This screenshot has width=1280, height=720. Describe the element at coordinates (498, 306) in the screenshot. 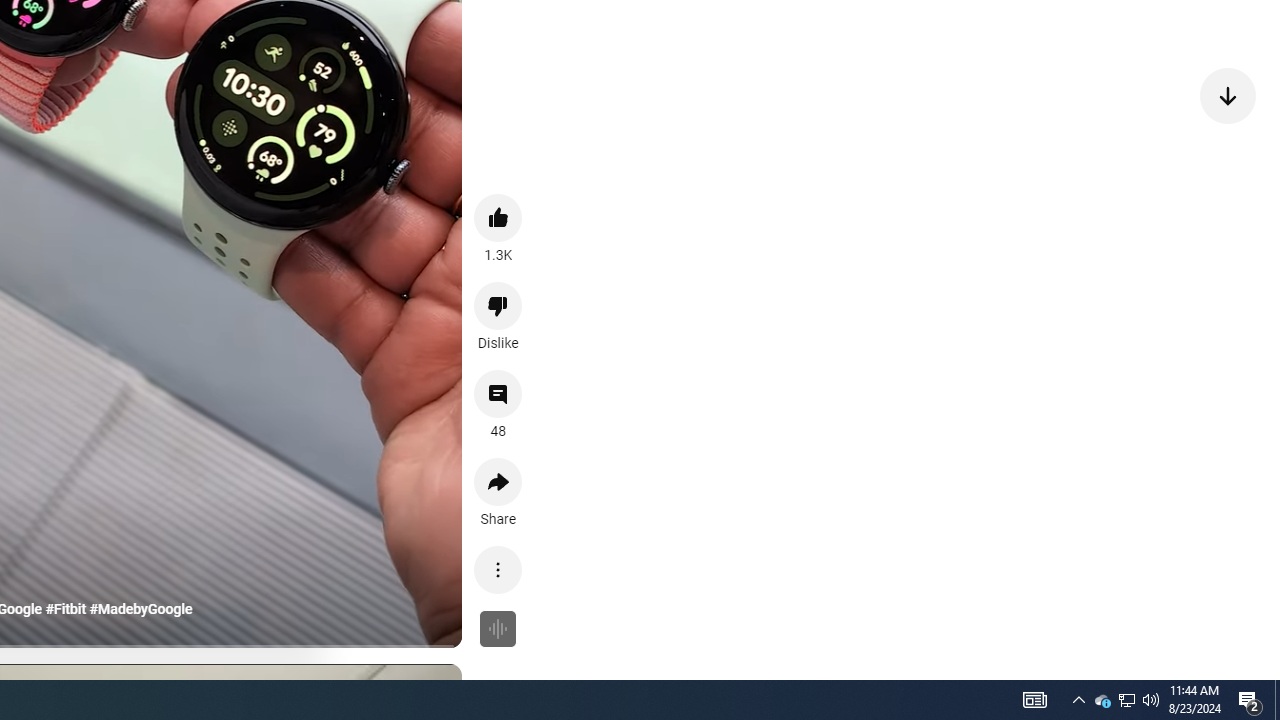

I see `'Dislike this video'` at that location.